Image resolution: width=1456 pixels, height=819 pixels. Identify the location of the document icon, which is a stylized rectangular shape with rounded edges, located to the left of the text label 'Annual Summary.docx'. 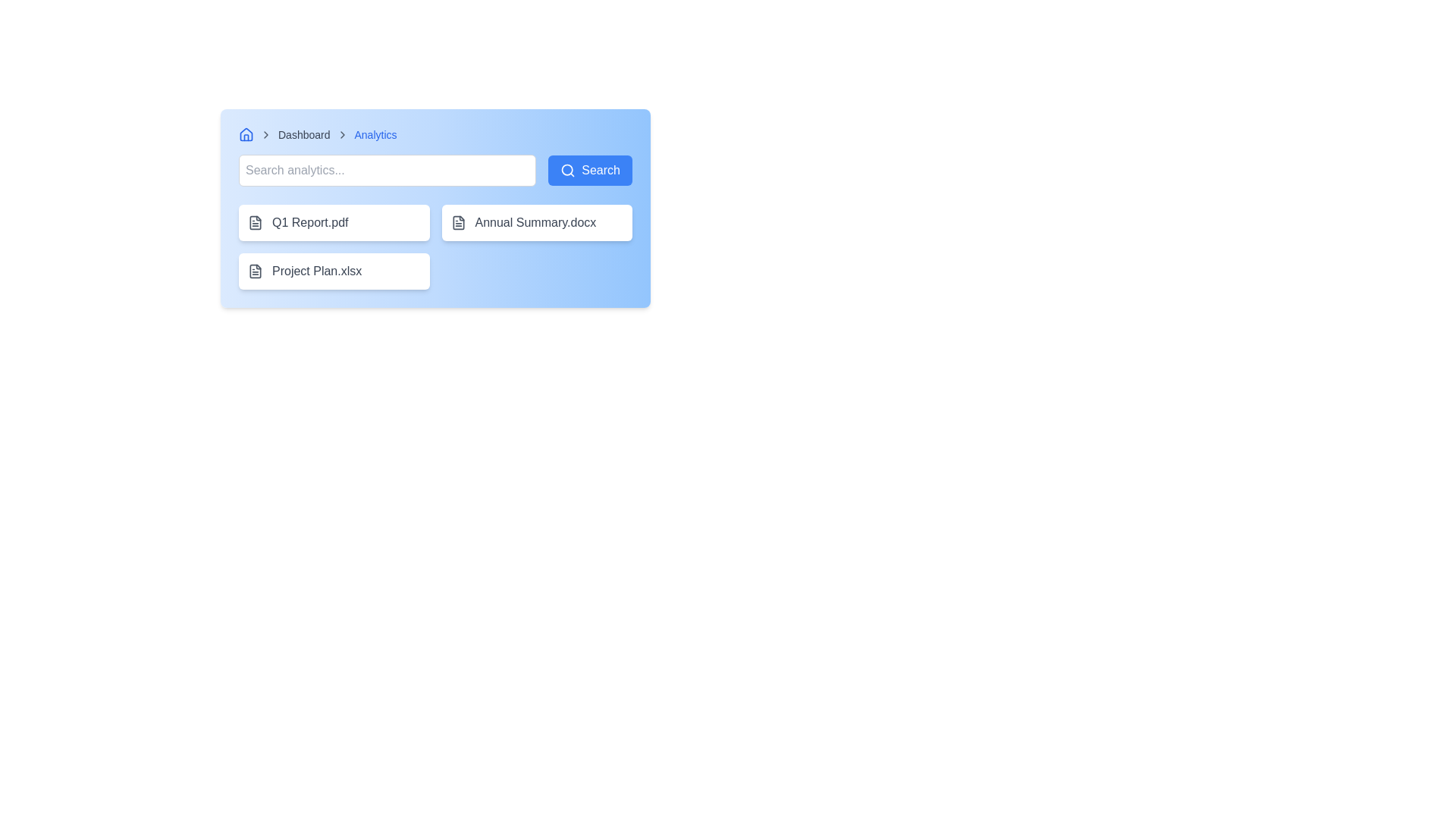
(457, 222).